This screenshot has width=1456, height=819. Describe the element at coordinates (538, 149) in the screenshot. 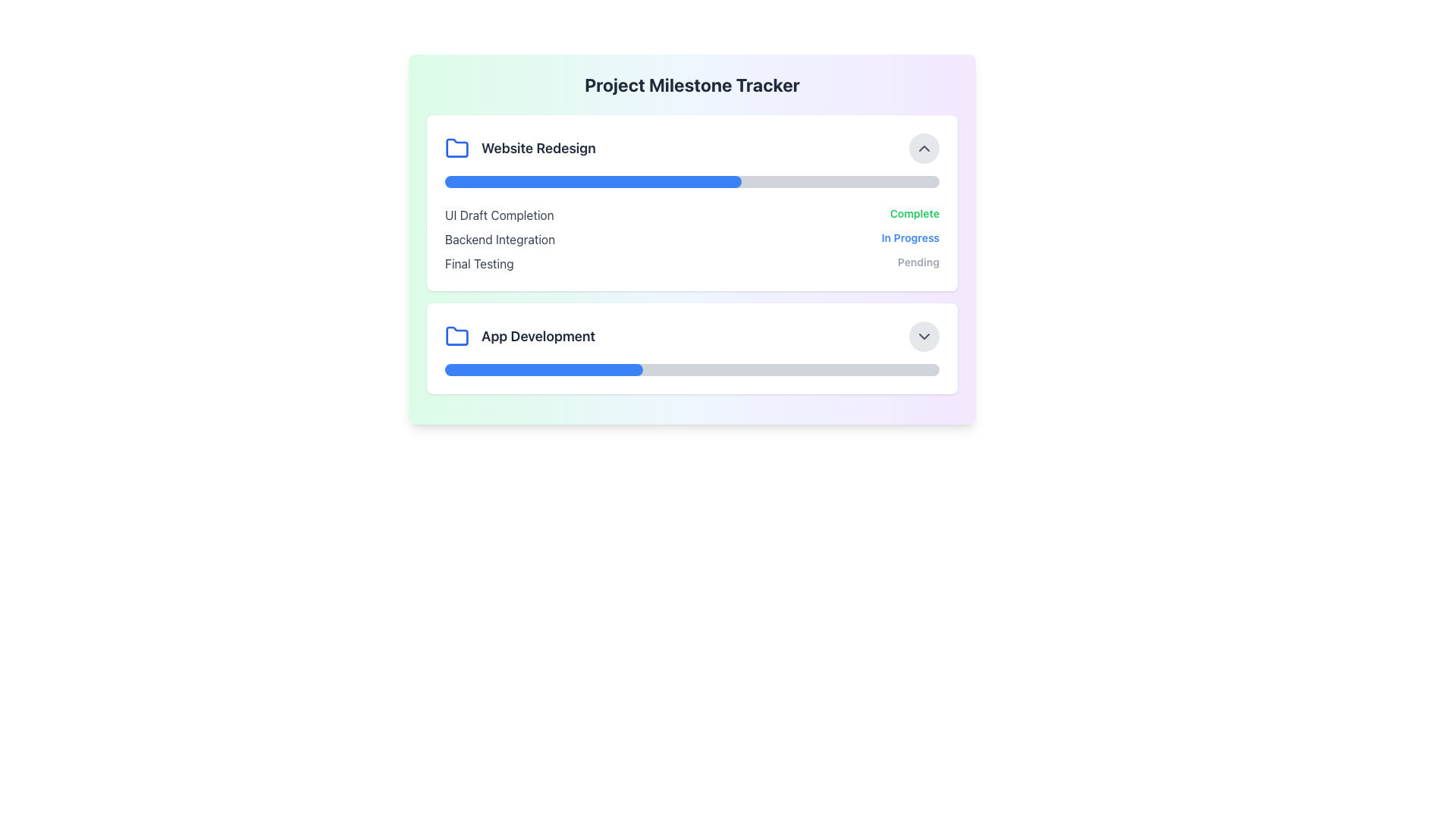

I see `text from the Text Label that serves as the header or title of a project milestone, located immediately to the right of a blue folder icon` at that location.